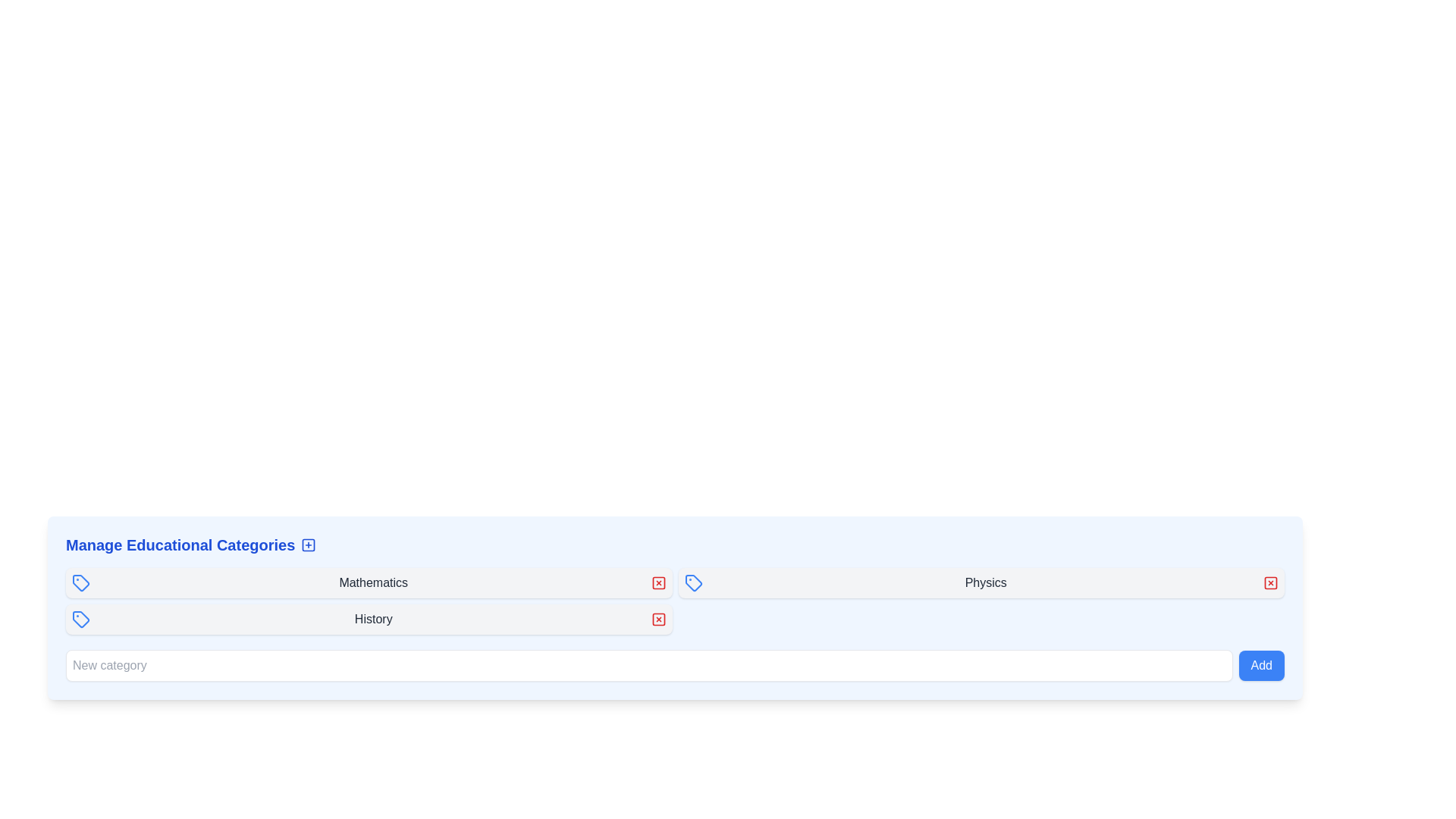 This screenshot has height=819, width=1456. What do you see at coordinates (1270, 582) in the screenshot?
I see `the small rectangular decorative element with rounded corners, styled with a red fill, which is part of the delete button in the 'Physics' category row` at bounding box center [1270, 582].